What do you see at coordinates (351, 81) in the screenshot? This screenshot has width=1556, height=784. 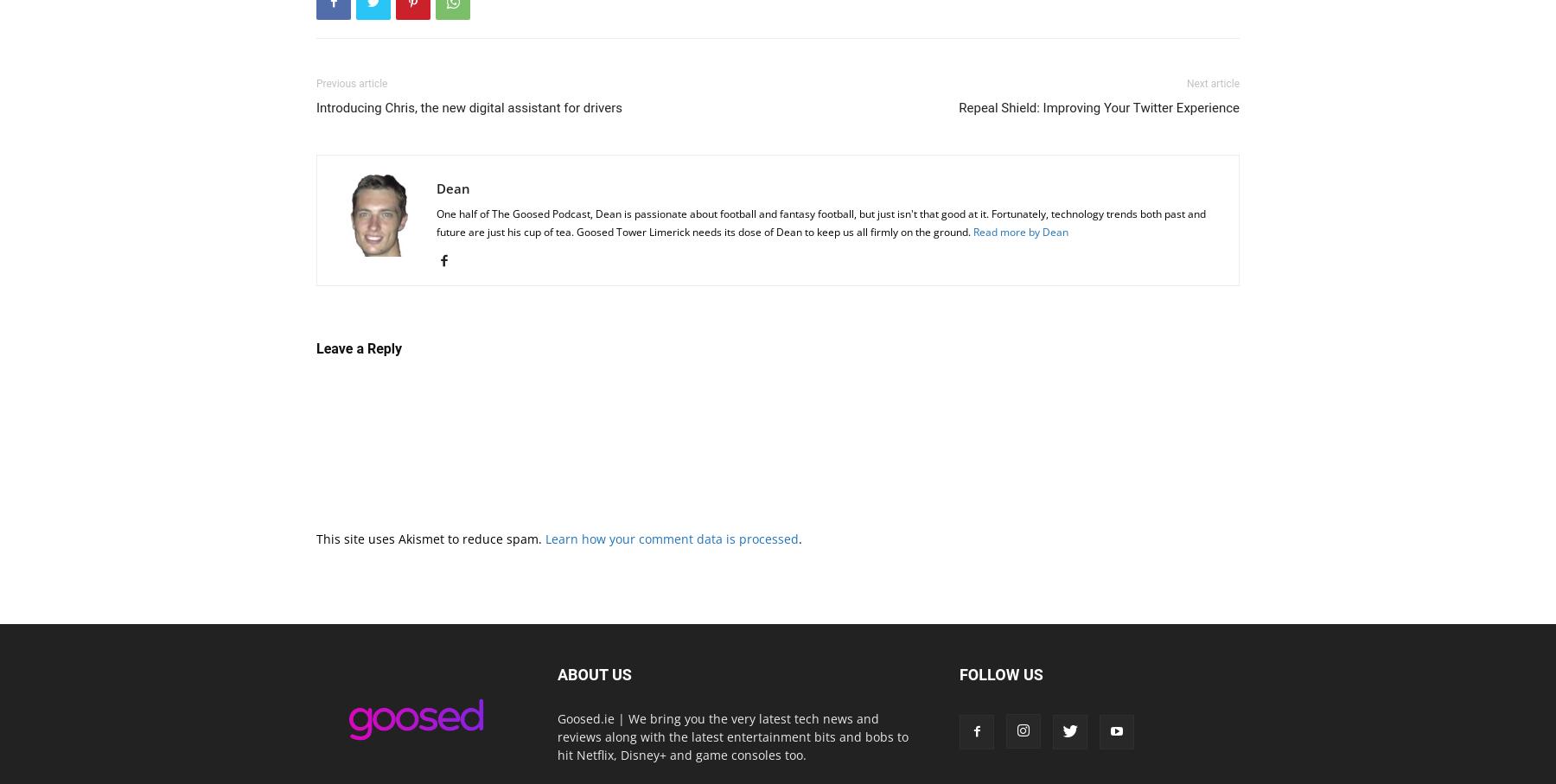 I see `'Previous article'` at bounding box center [351, 81].